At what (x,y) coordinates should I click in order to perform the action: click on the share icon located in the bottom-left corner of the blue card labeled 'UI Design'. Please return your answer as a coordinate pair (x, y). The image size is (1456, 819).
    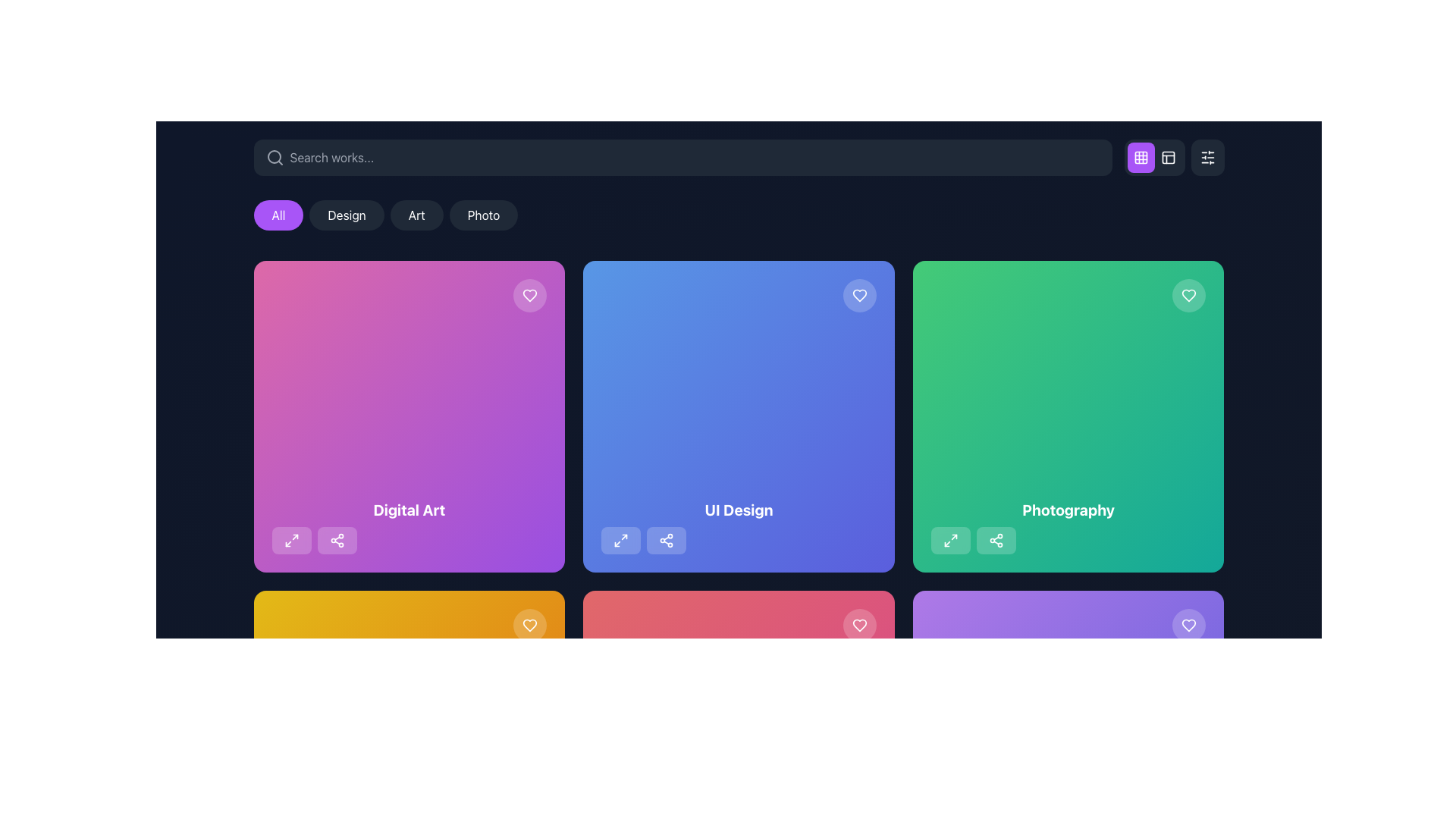
    Looking at the image, I should click on (667, 539).